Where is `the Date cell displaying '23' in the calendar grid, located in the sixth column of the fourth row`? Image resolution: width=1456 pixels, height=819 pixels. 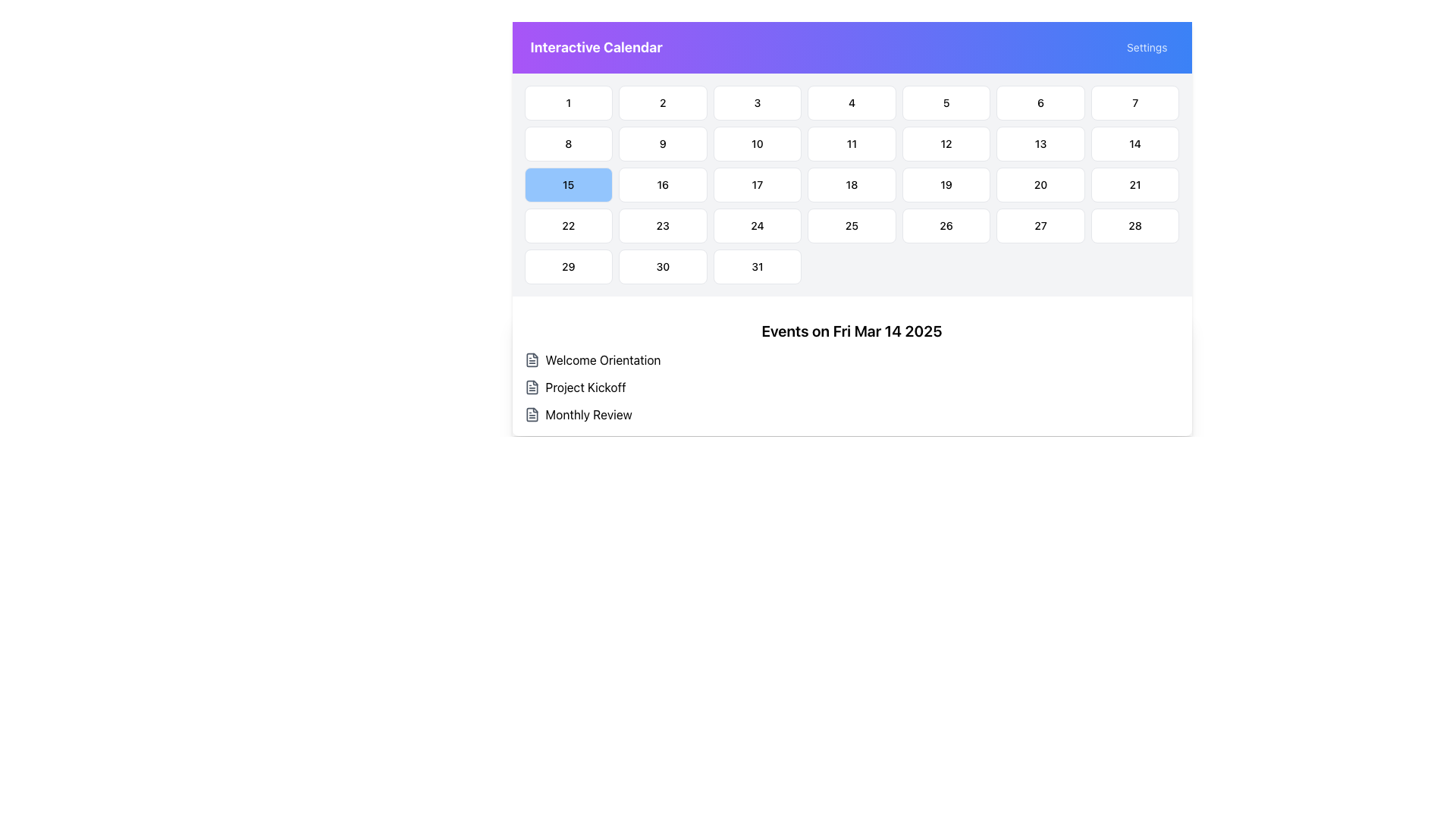
the Date cell displaying '23' in the calendar grid, located in the sixth column of the fourth row is located at coordinates (662, 225).